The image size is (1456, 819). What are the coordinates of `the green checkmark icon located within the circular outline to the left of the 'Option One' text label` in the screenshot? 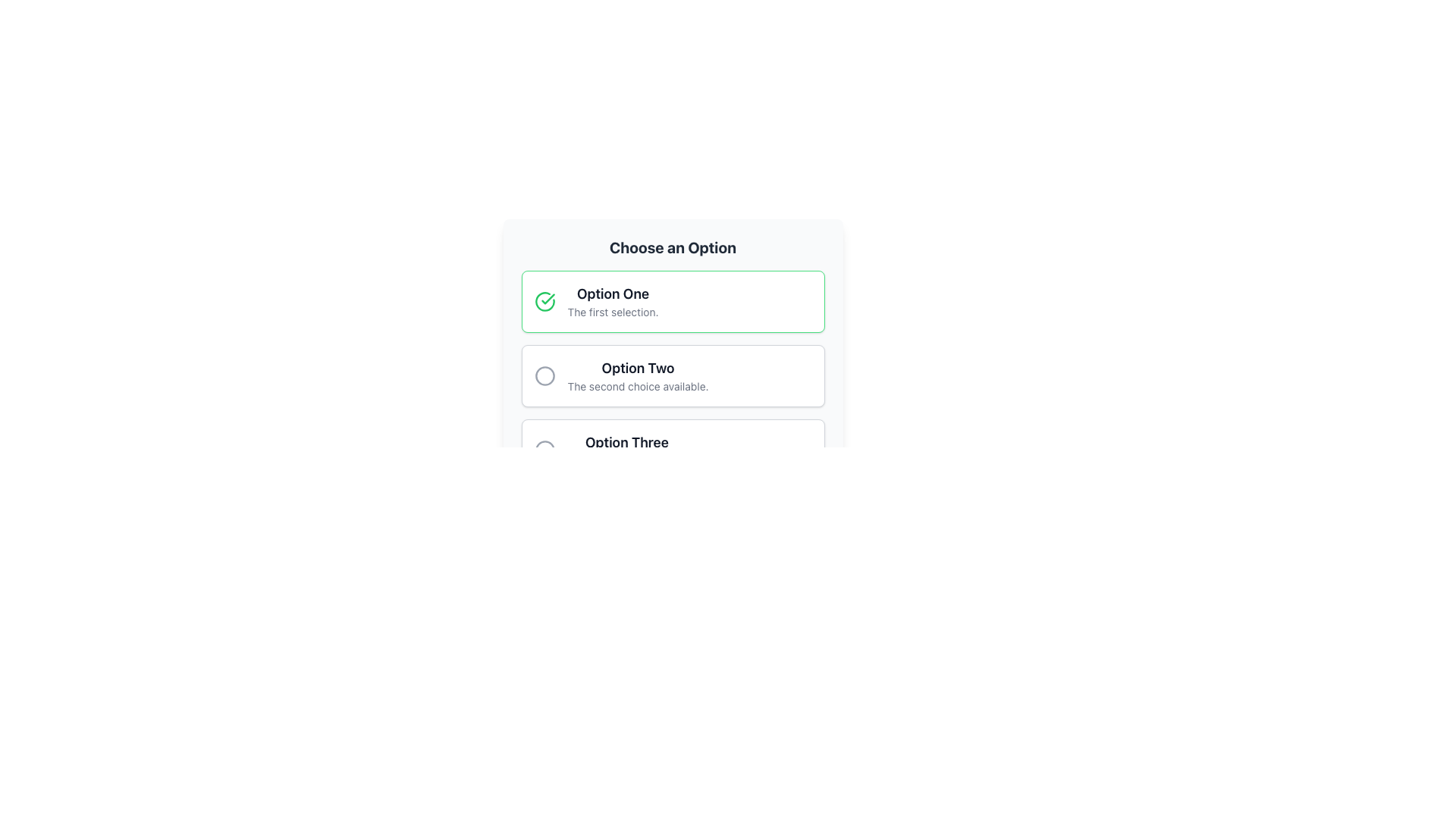 It's located at (547, 299).